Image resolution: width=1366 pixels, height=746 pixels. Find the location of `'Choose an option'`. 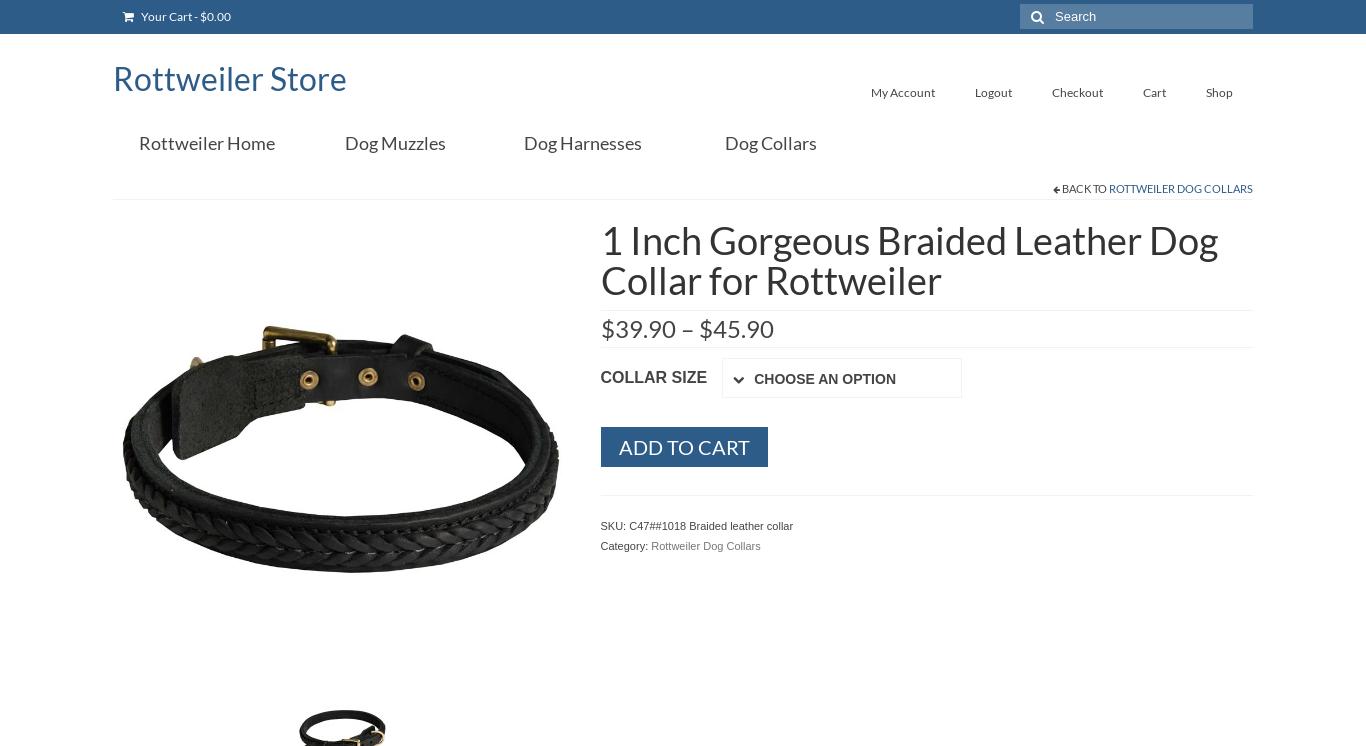

'Choose an option' is located at coordinates (824, 378).